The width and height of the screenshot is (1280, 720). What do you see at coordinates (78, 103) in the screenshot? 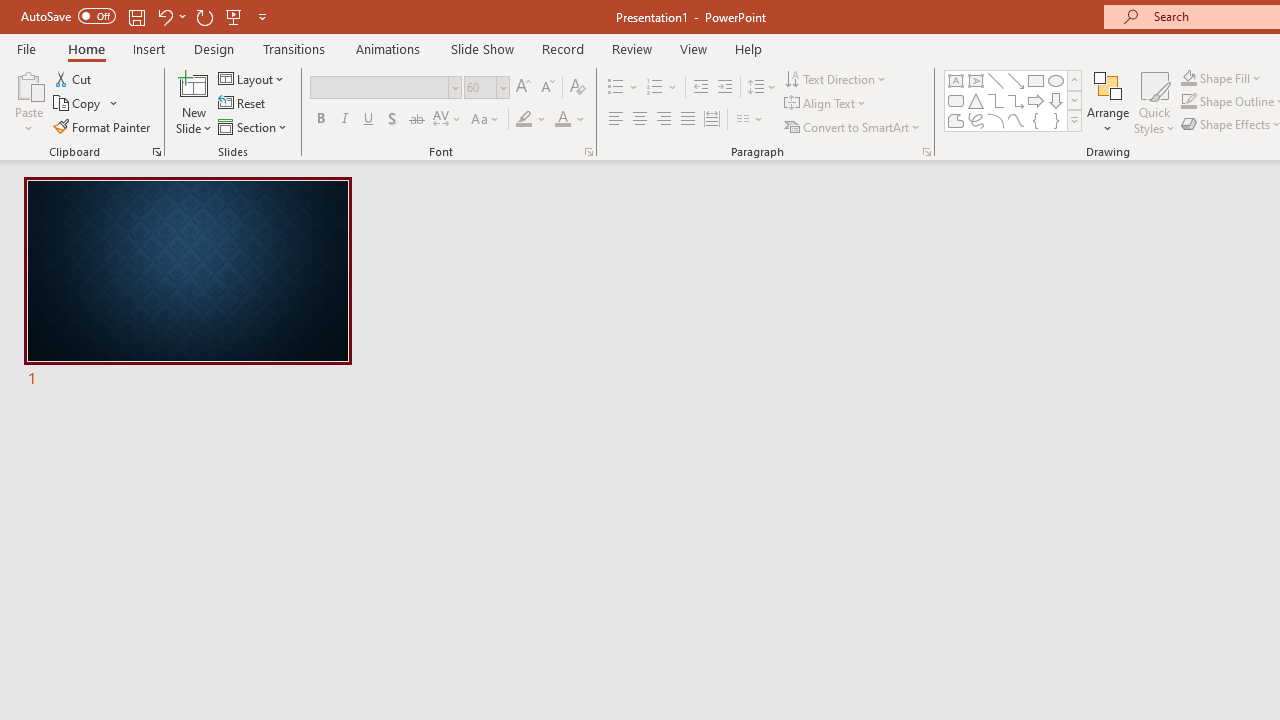
I see `'Copy'` at bounding box center [78, 103].